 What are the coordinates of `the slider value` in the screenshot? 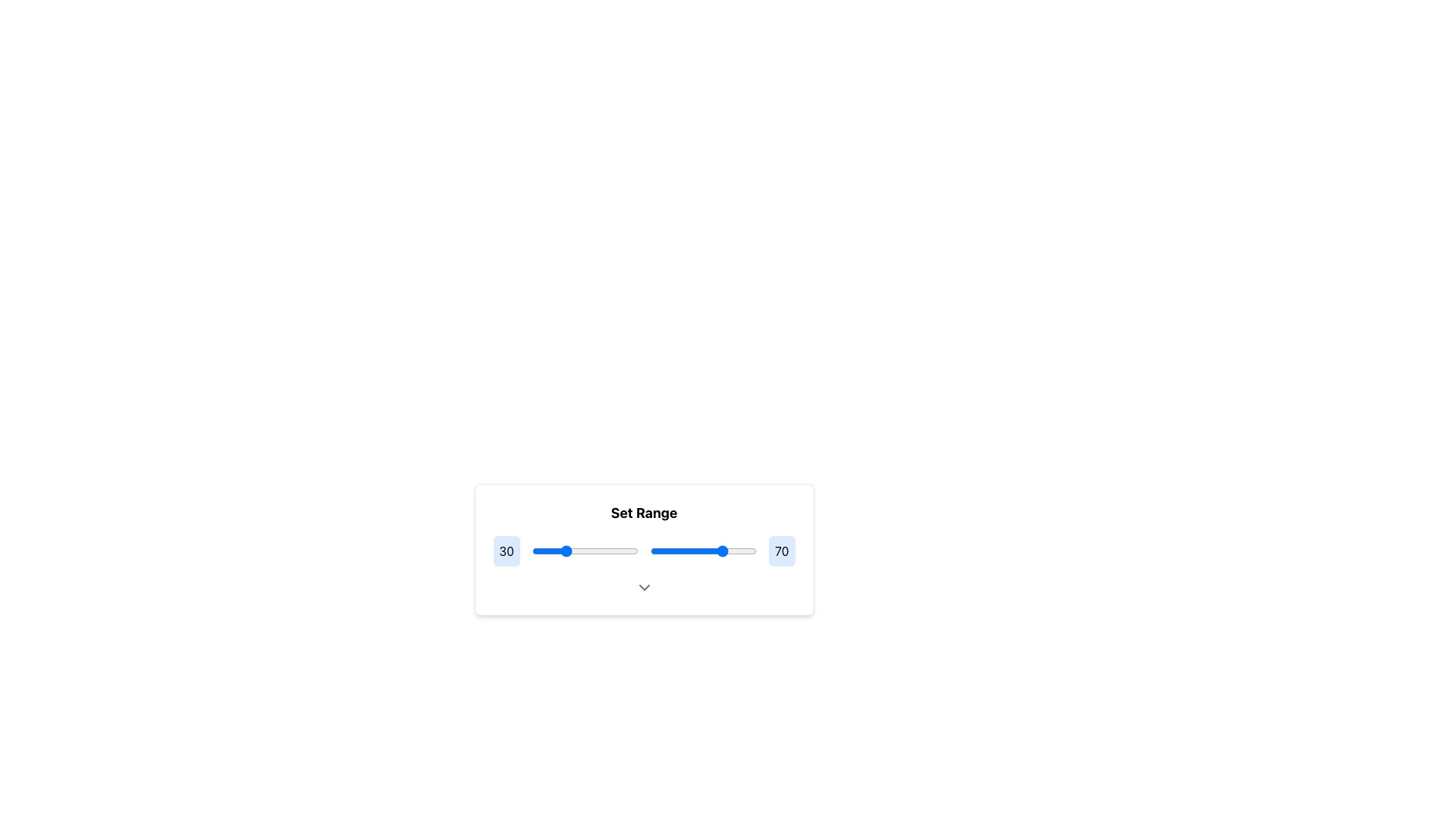 It's located at (588, 551).